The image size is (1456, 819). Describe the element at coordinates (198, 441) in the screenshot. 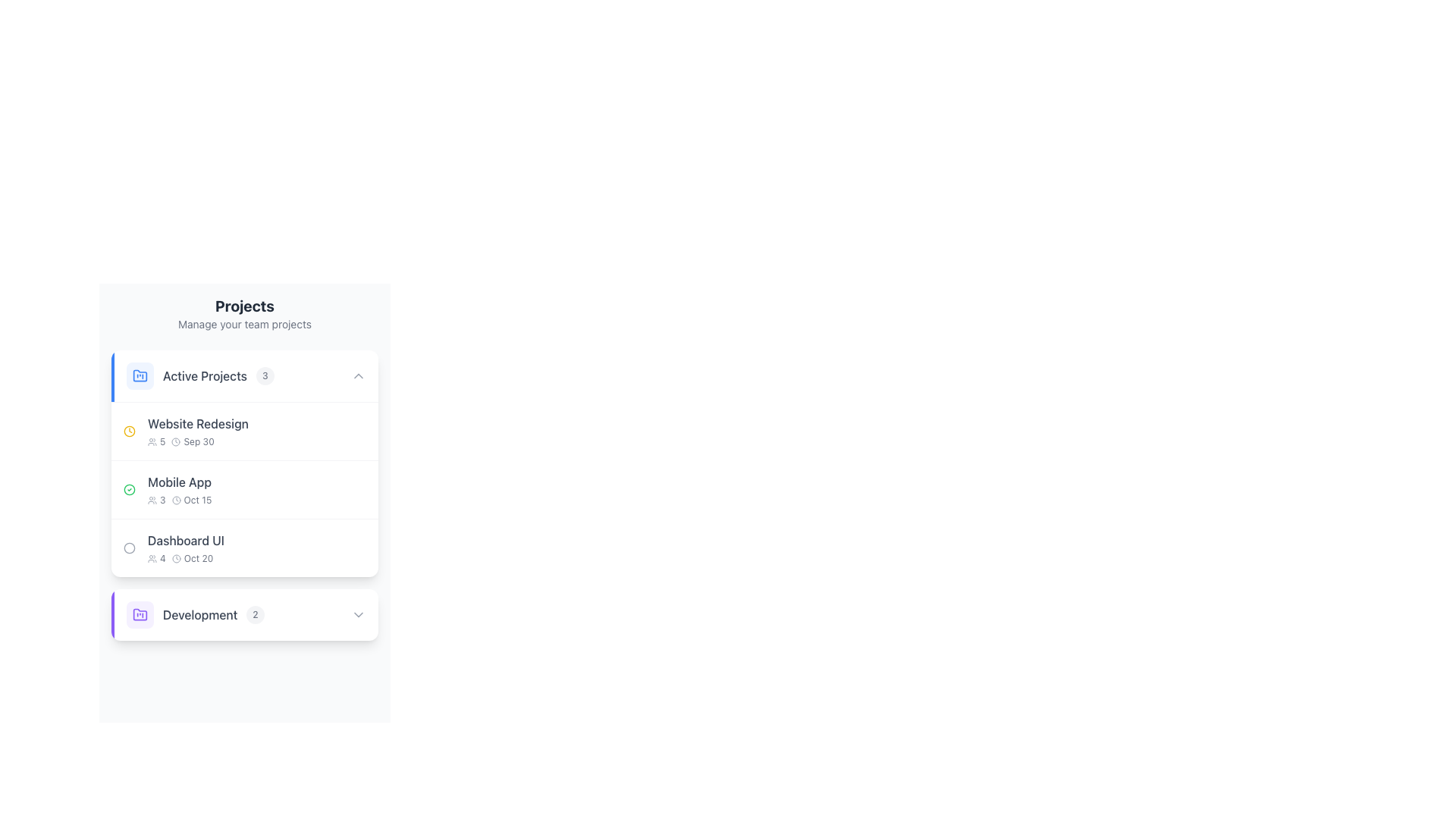

I see `date 'Sep 30' displayed in small gray text located to the right of a clock icon` at that location.